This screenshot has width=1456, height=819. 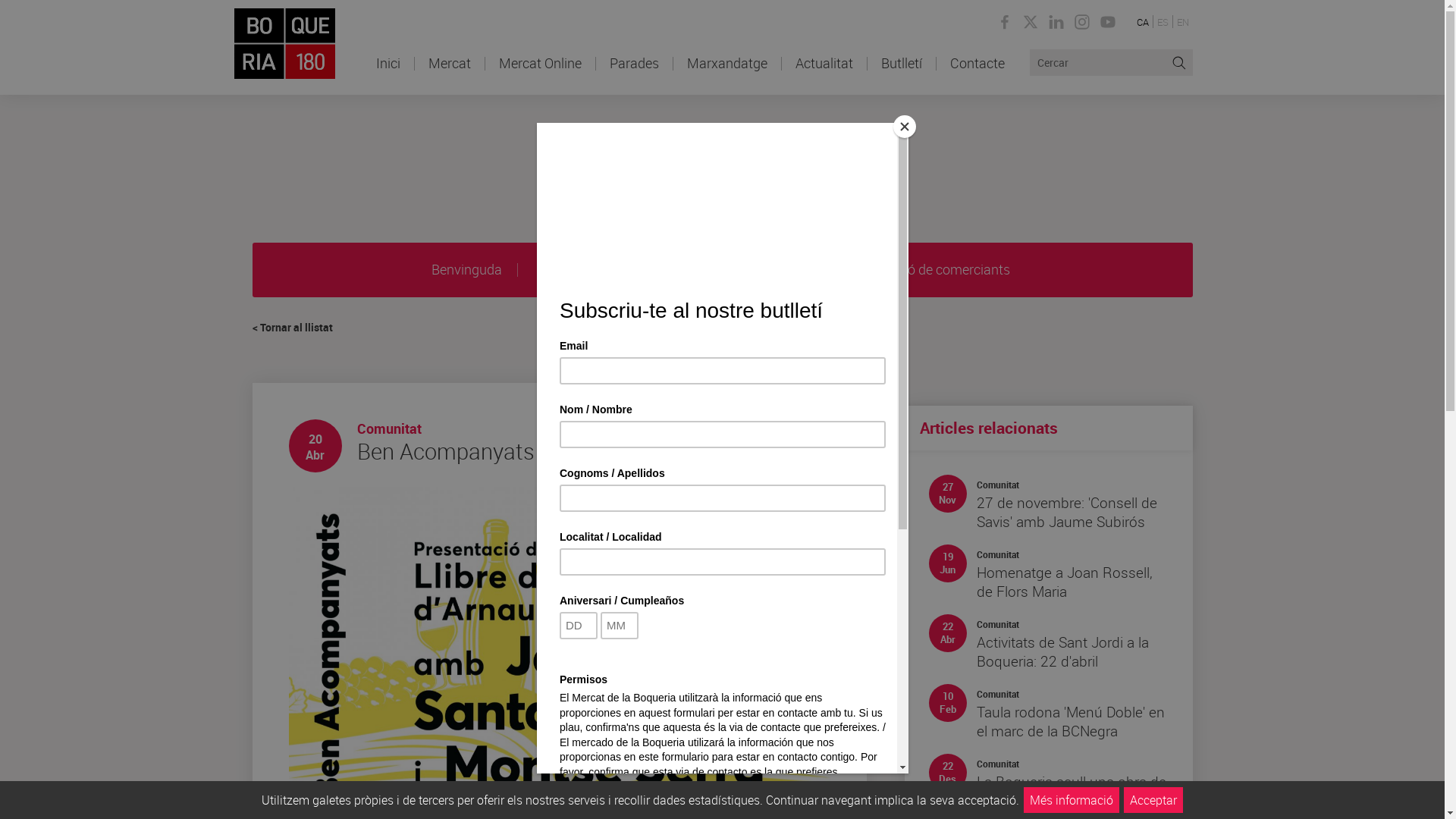 I want to click on 'Benvinguda', so click(x=465, y=268).